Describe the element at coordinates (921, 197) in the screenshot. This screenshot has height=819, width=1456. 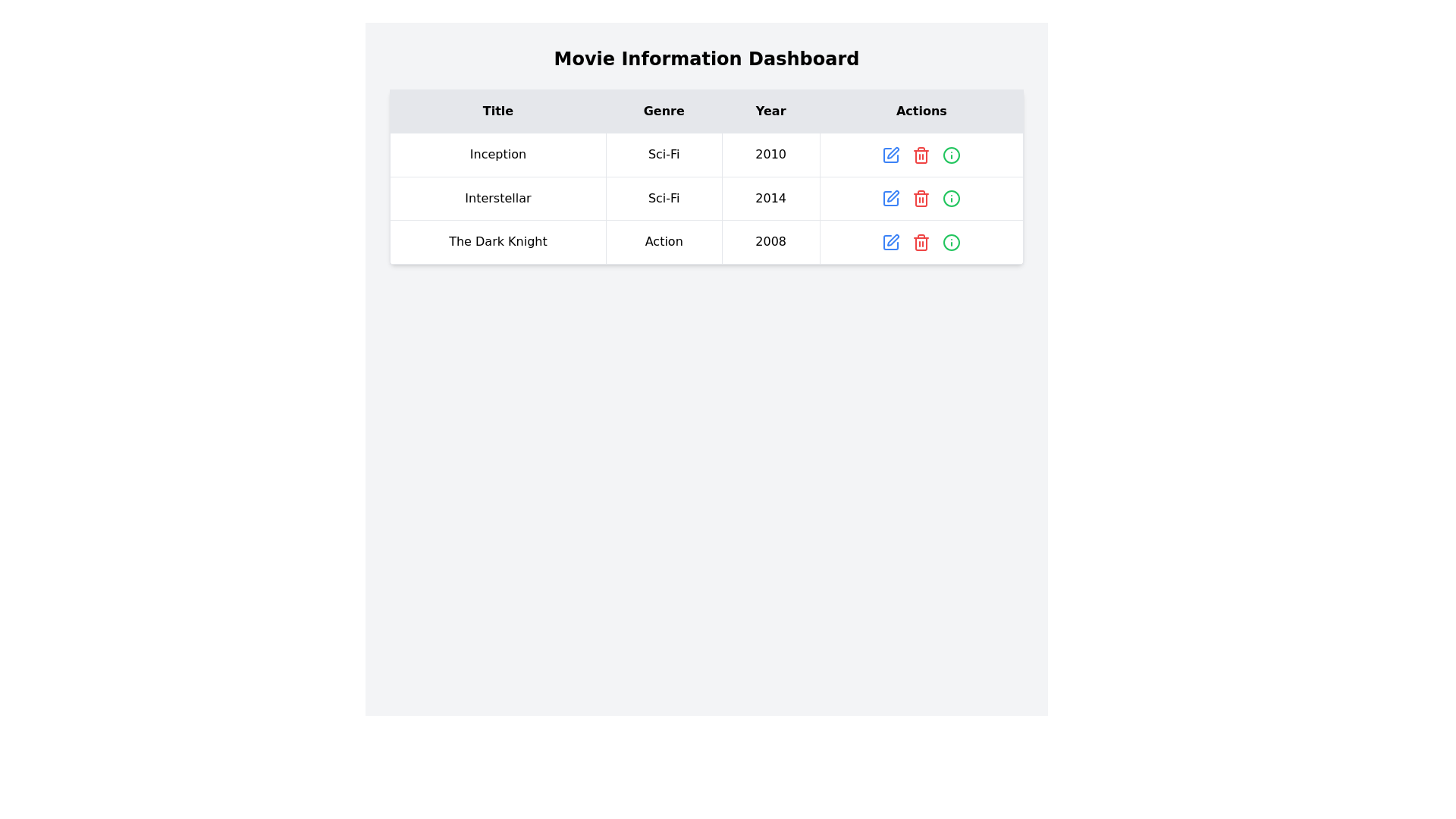
I see `the red trashcan icon button in the 'Actions' column of the second item in the table` at that location.